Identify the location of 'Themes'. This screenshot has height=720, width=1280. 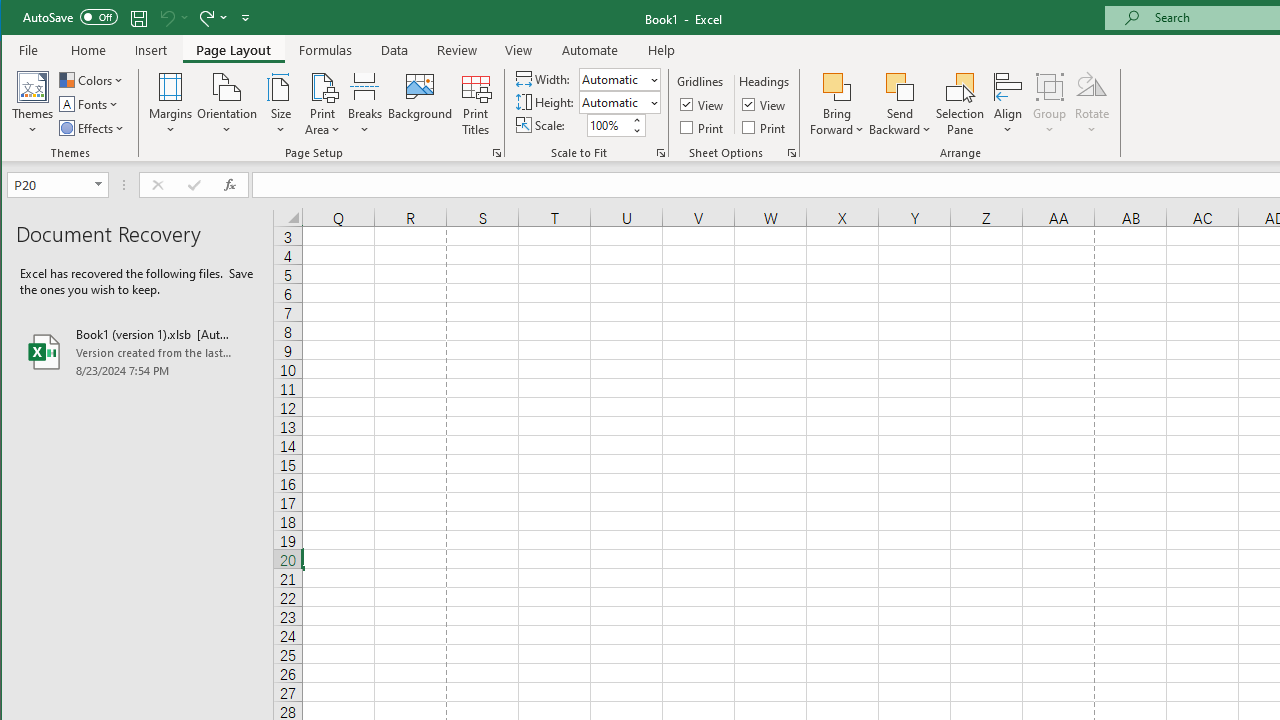
(33, 104).